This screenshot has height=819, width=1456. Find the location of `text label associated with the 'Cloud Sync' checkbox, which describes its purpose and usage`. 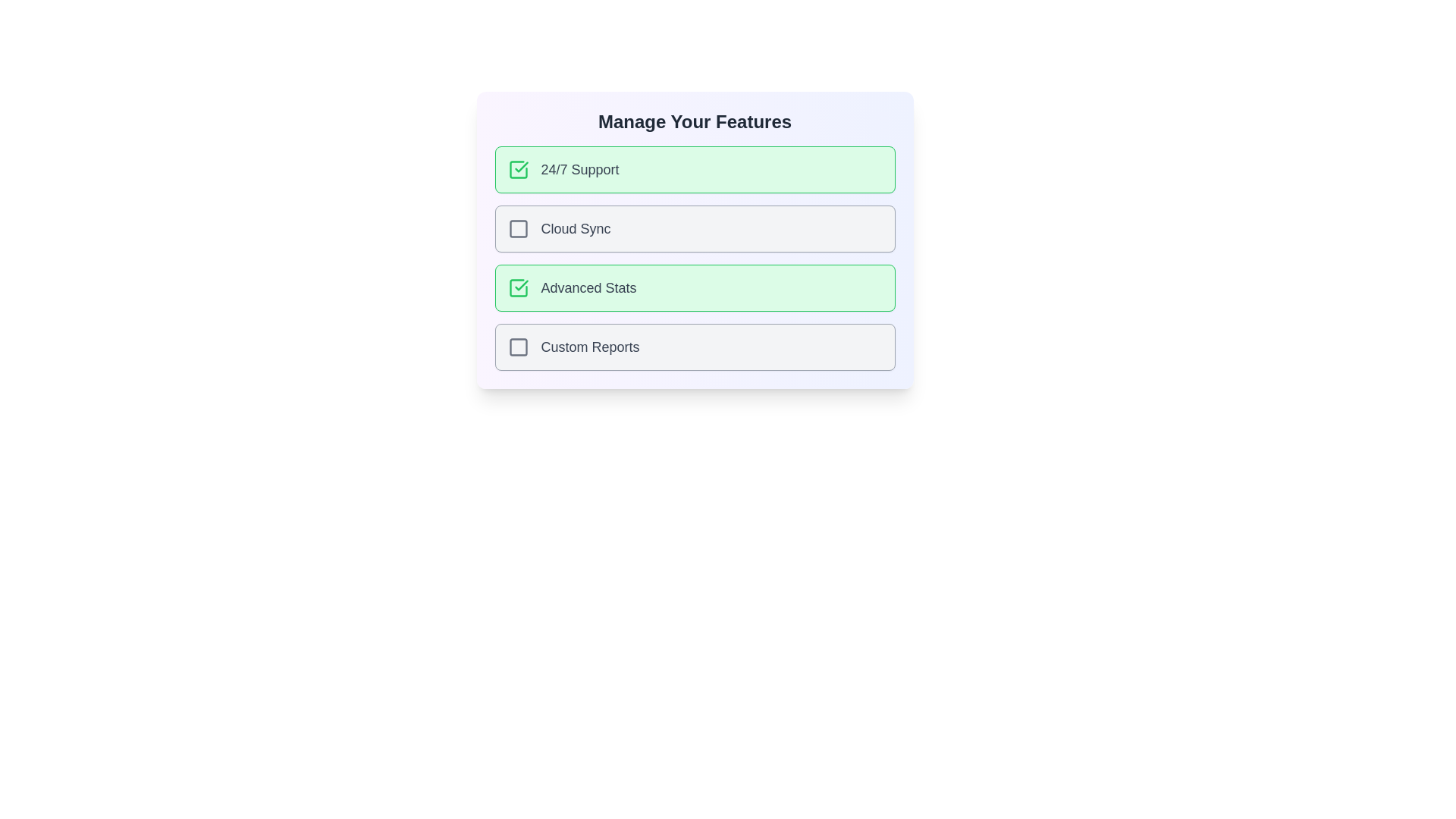

text label associated with the 'Cloud Sync' checkbox, which describes its purpose and usage is located at coordinates (558, 228).